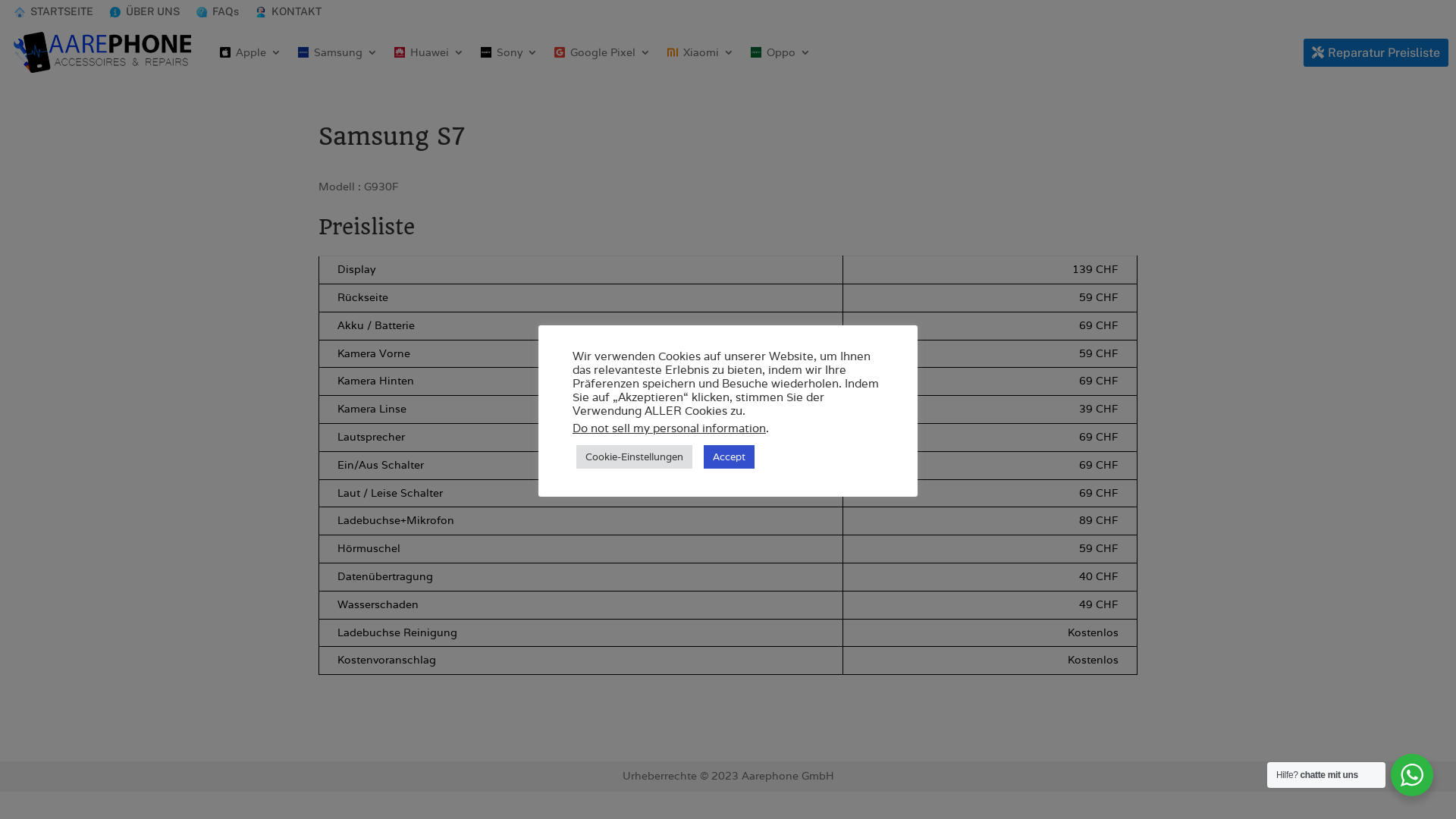 The width and height of the screenshot is (1456, 819). I want to click on 'Apple', so click(218, 52).